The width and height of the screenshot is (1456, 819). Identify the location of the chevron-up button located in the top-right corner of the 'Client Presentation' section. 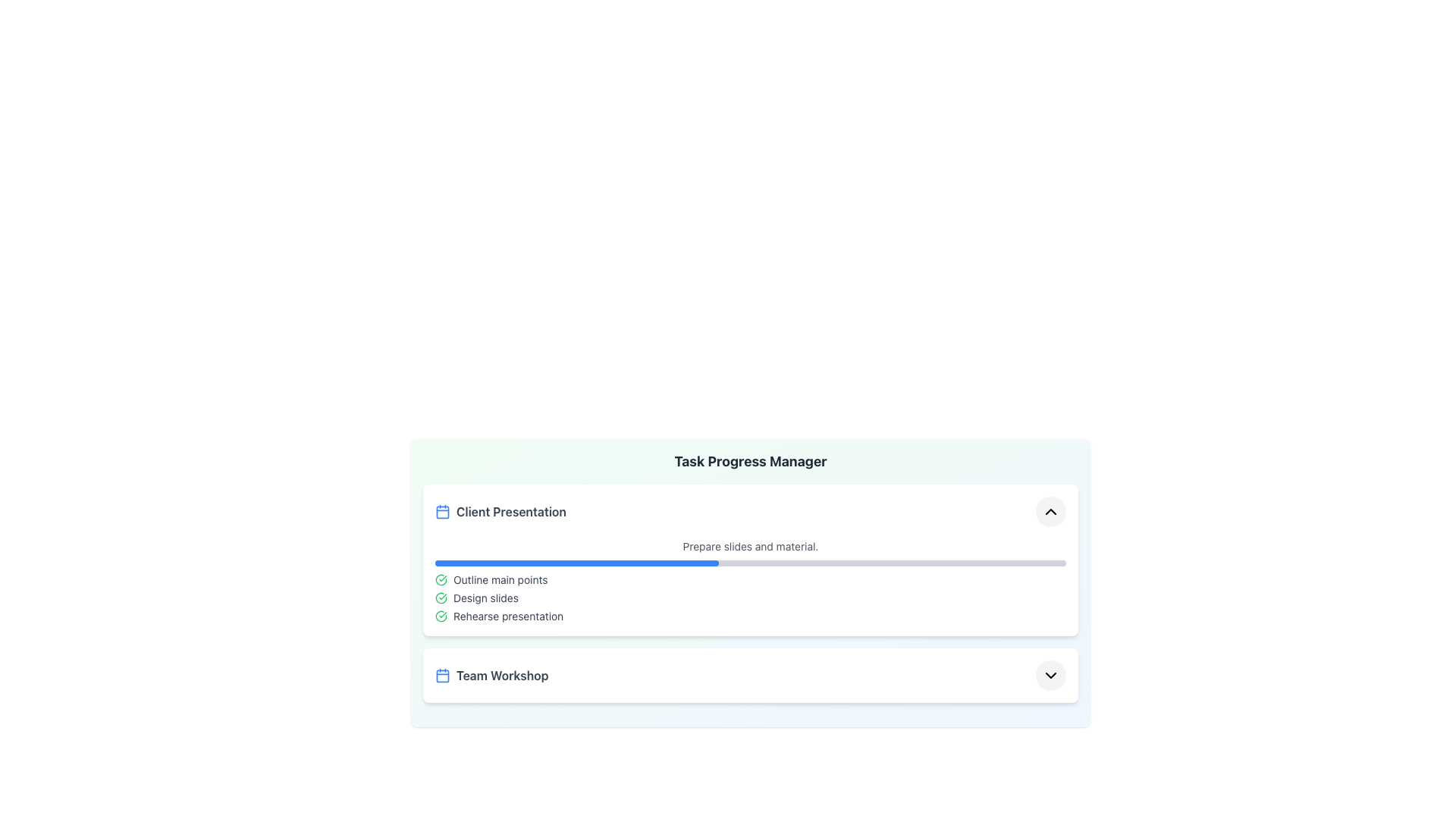
(1050, 512).